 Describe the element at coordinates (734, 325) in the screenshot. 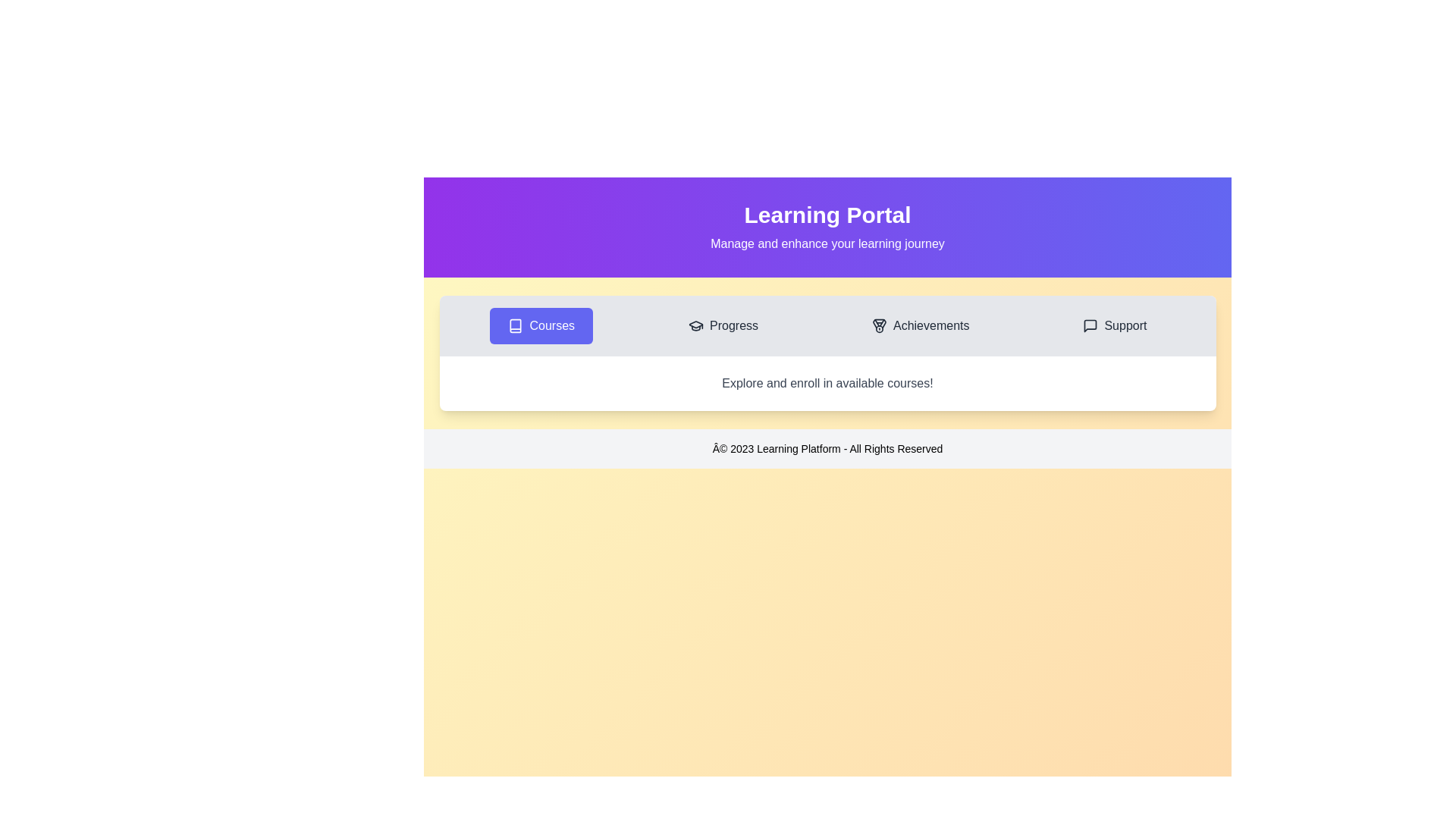

I see `the 'Progress' text label inside the navigation button` at that location.